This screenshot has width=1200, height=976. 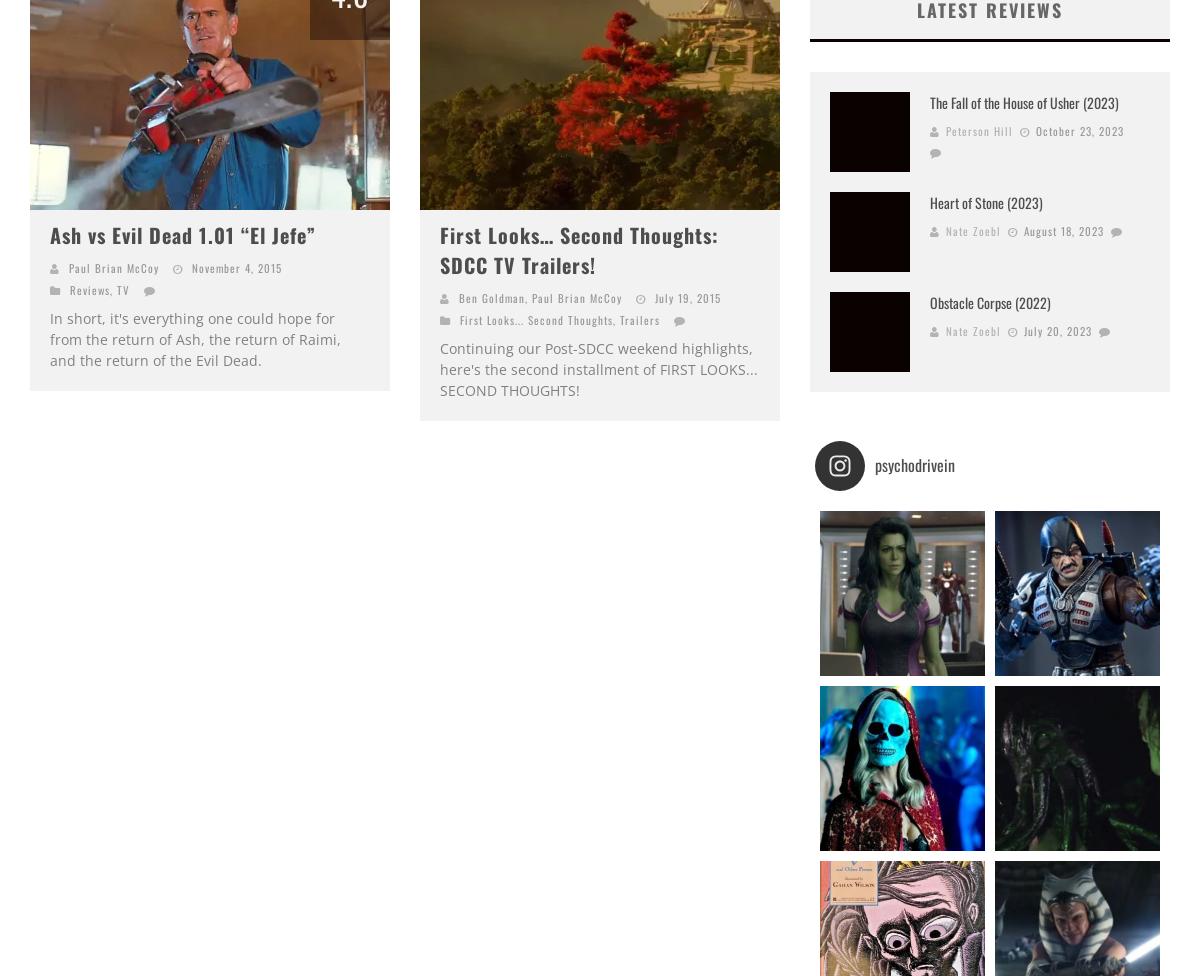 I want to click on 'July 20, 2023', so click(x=1057, y=329).